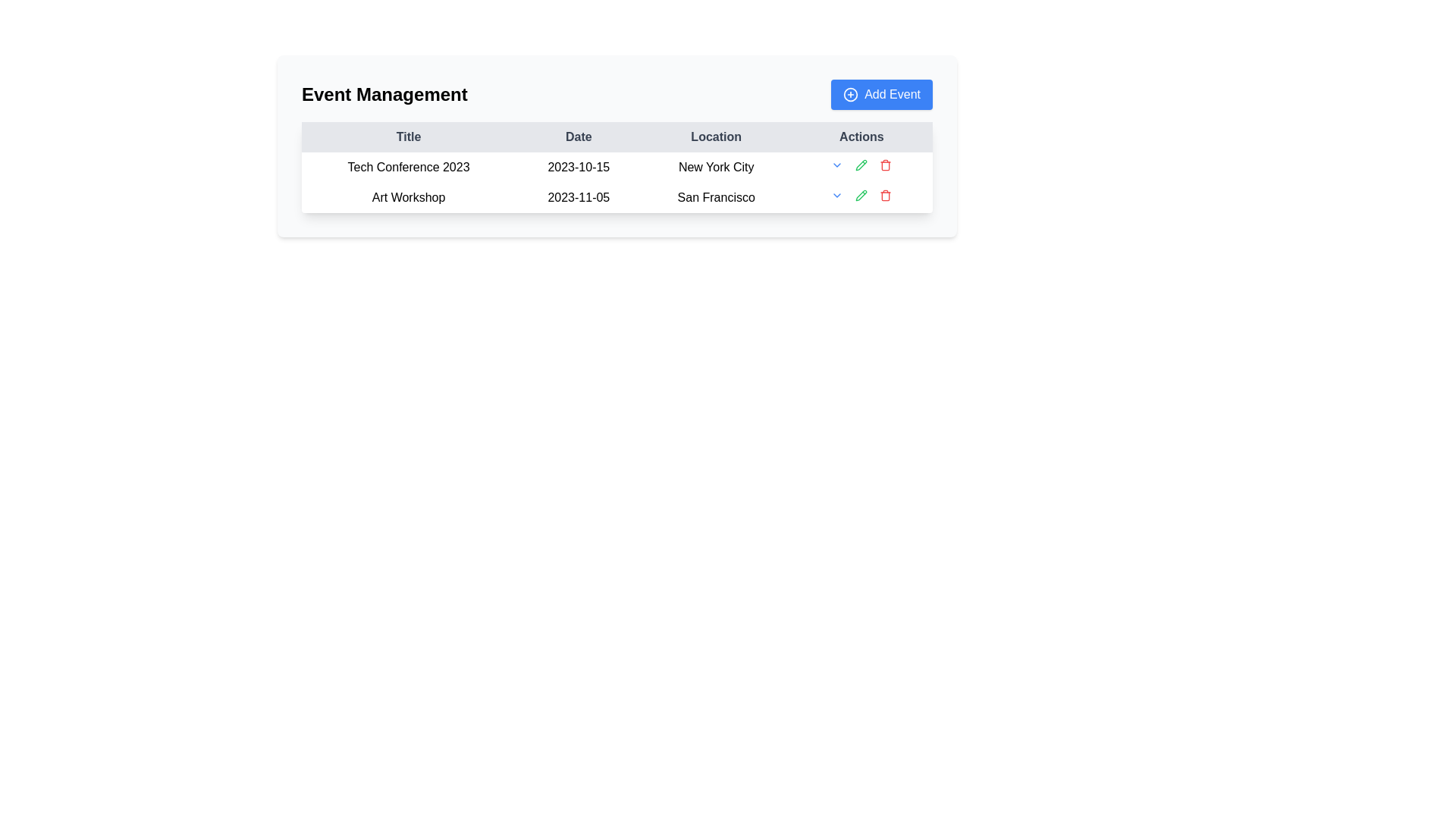 This screenshot has height=819, width=1456. Describe the element at coordinates (617, 197) in the screenshot. I see `the second row of the table containing 'Art Workshop', '2023-11-05', and 'San Francisco'` at that location.